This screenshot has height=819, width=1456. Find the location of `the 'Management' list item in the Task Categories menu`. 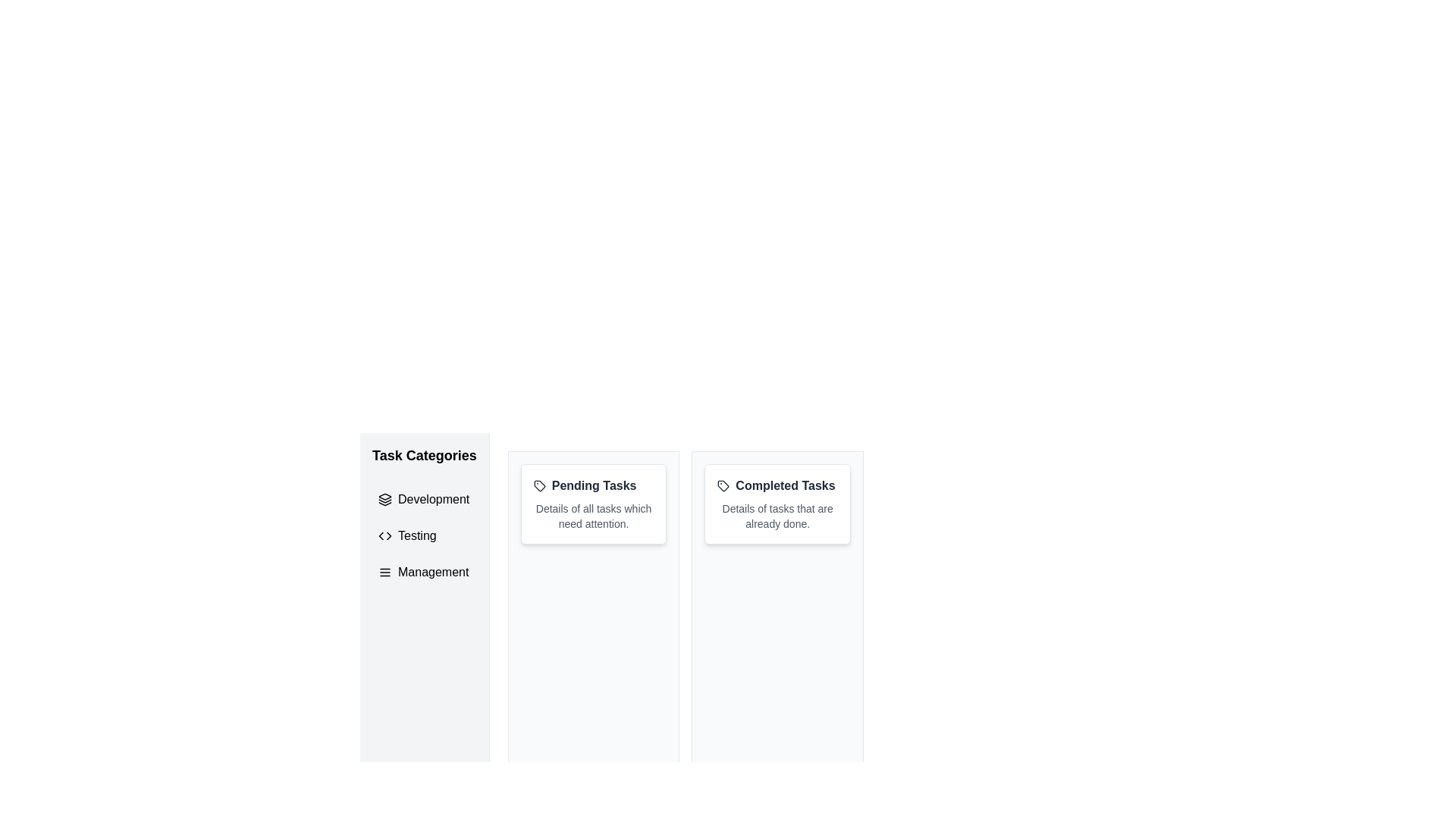

the 'Management' list item in the Task Categories menu is located at coordinates (424, 573).